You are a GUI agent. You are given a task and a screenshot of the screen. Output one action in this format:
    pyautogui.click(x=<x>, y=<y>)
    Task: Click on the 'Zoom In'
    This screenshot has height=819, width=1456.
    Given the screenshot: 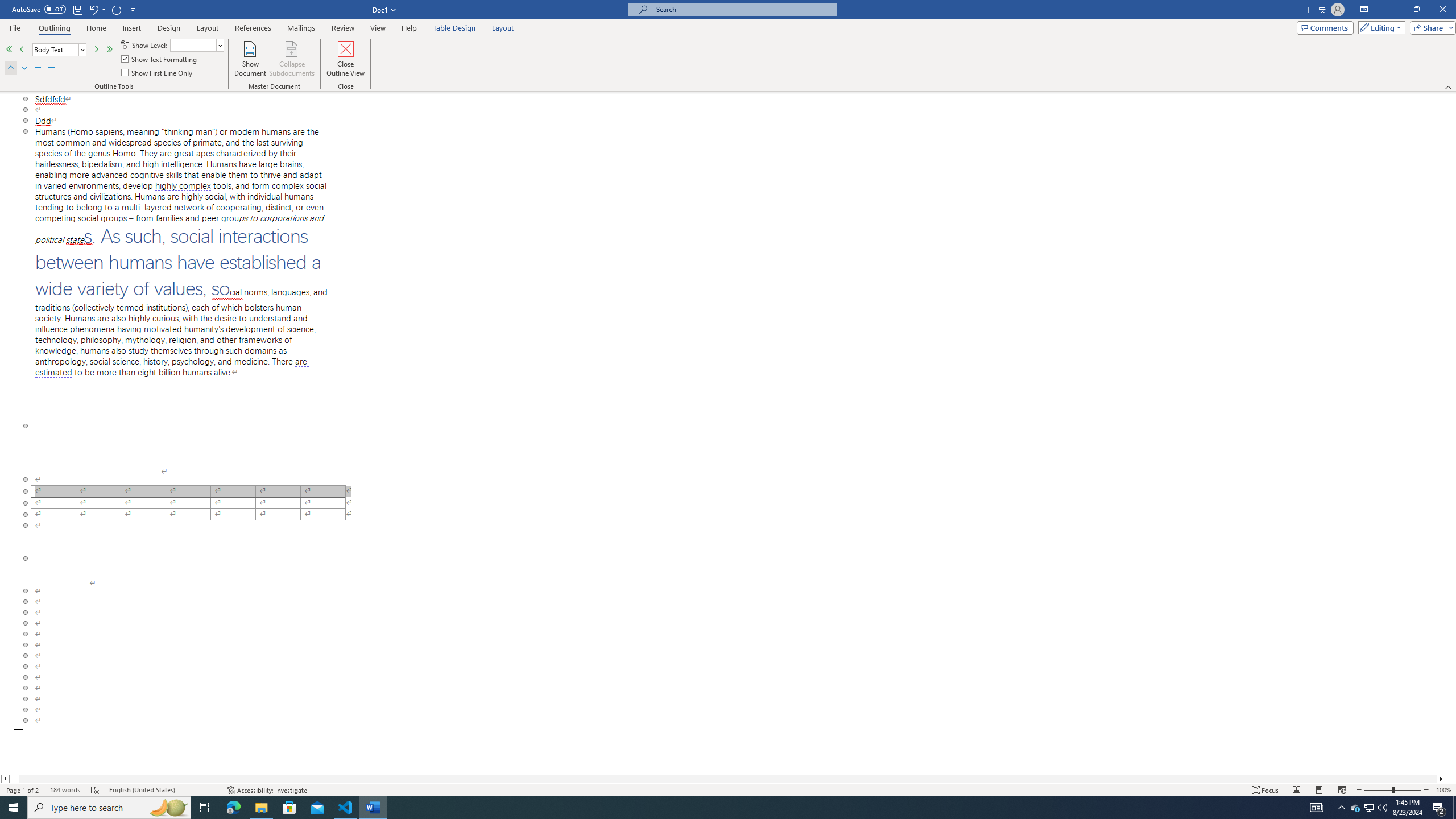 What is the action you would take?
    pyautogui.click(x=1426, y=790)
    